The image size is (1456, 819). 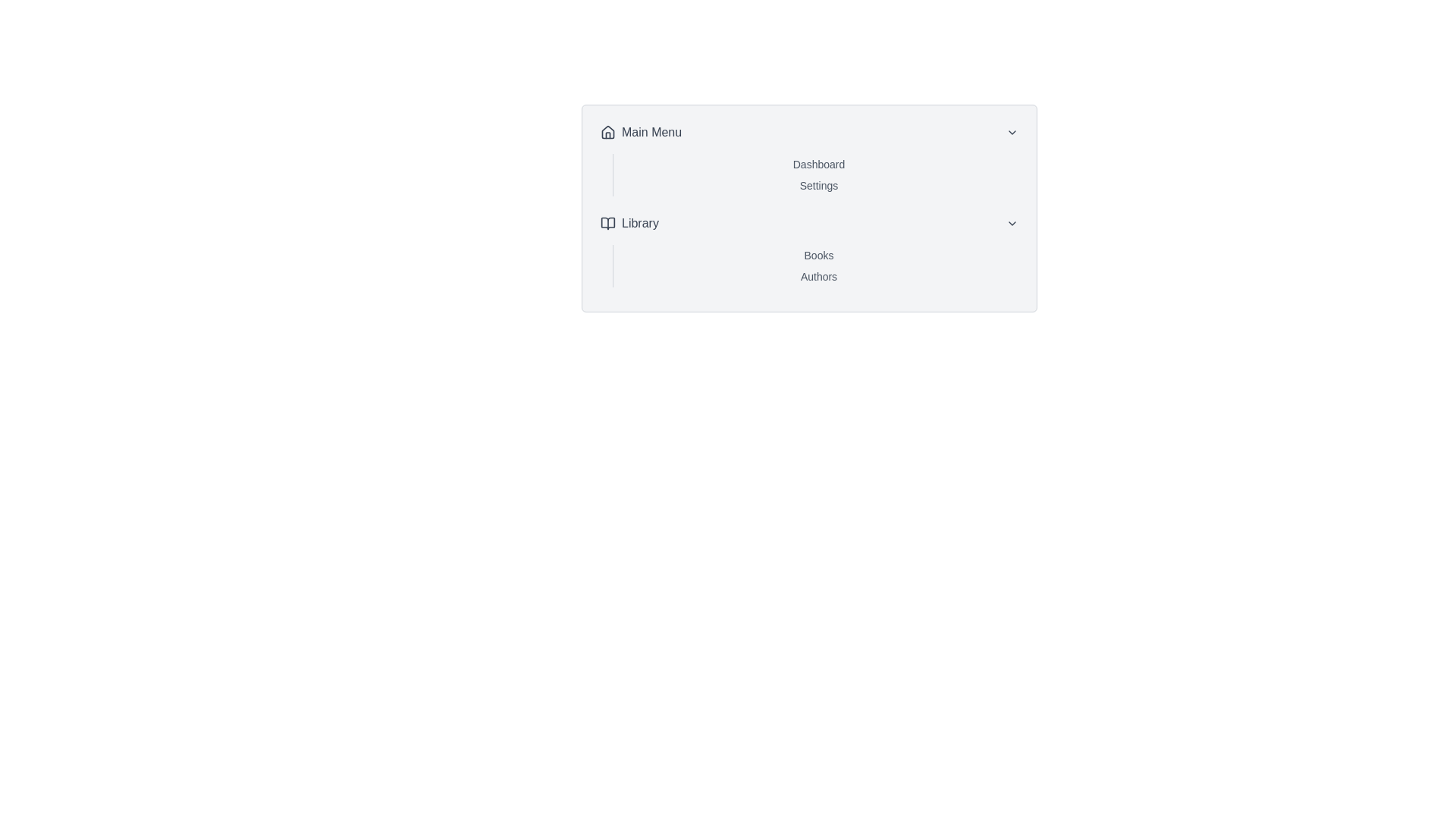 I want to click on the text-based navigation link group located below the 'Main Menu' section, so click(x=817, y=174).